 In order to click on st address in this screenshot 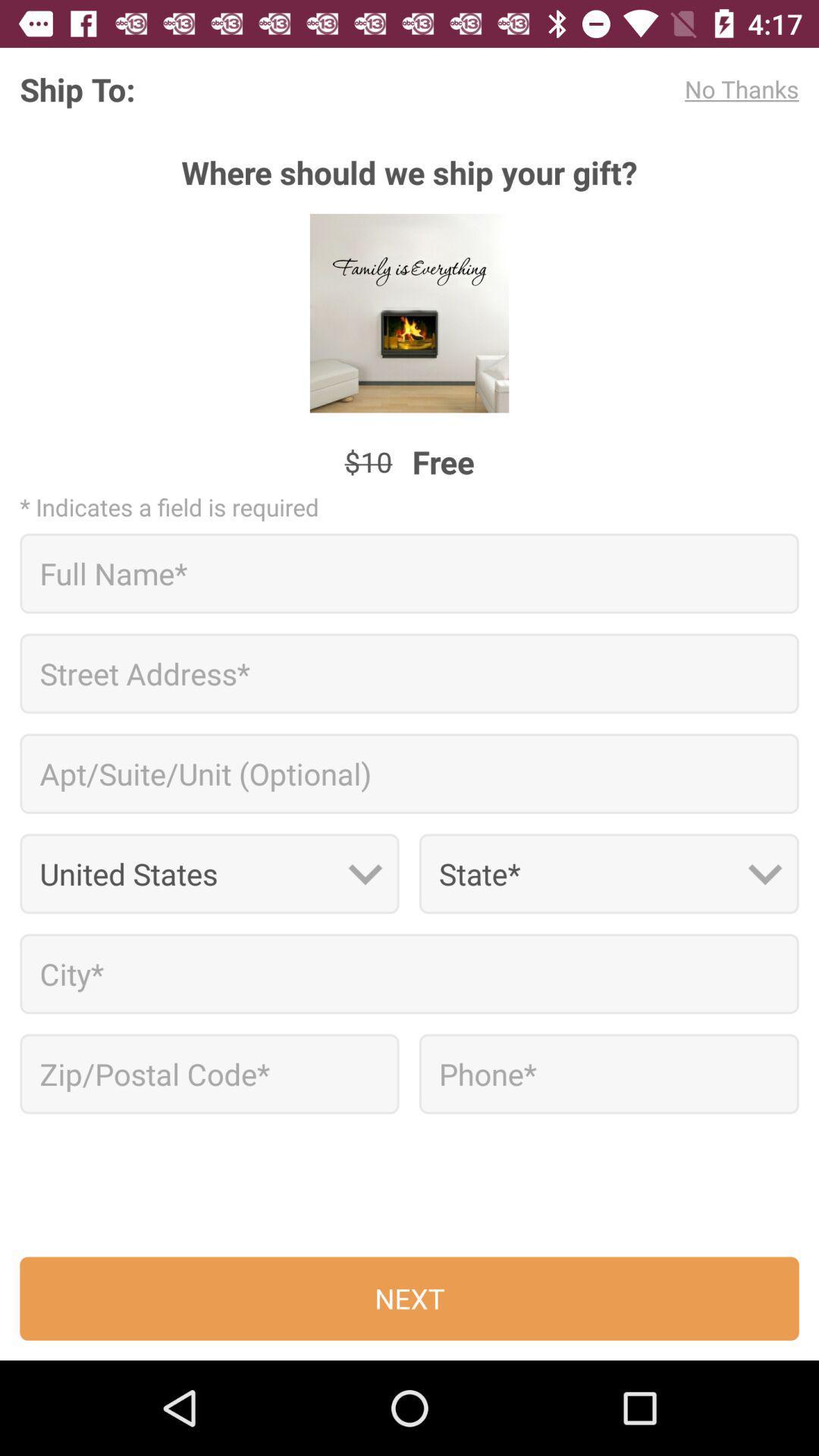, I will do `click(409, 673)`.